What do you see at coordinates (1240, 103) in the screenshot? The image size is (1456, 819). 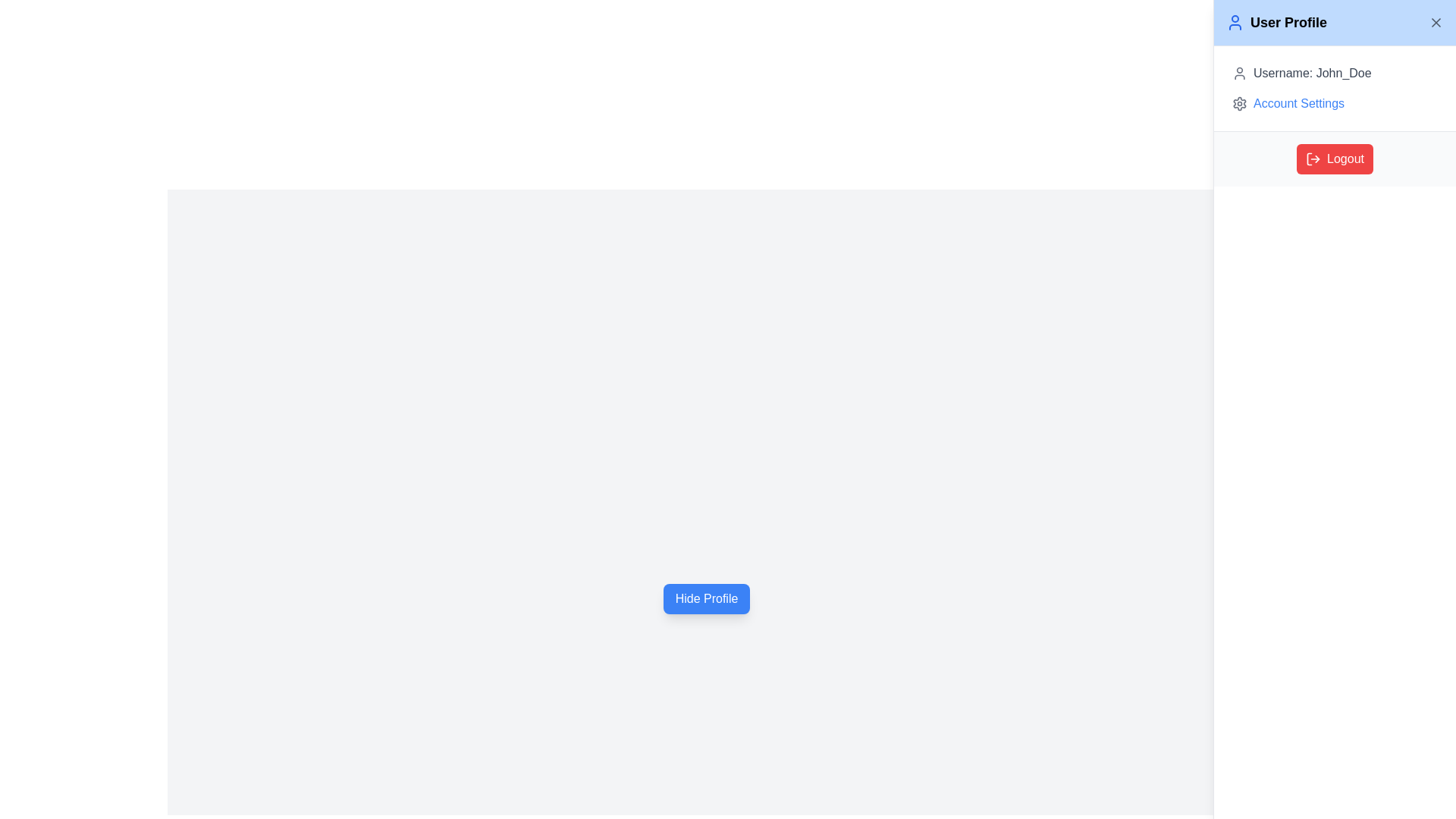 I see `the 'Account Settings' icon located in the sidebar above the red logout button` at bounding box center [1240, 103].